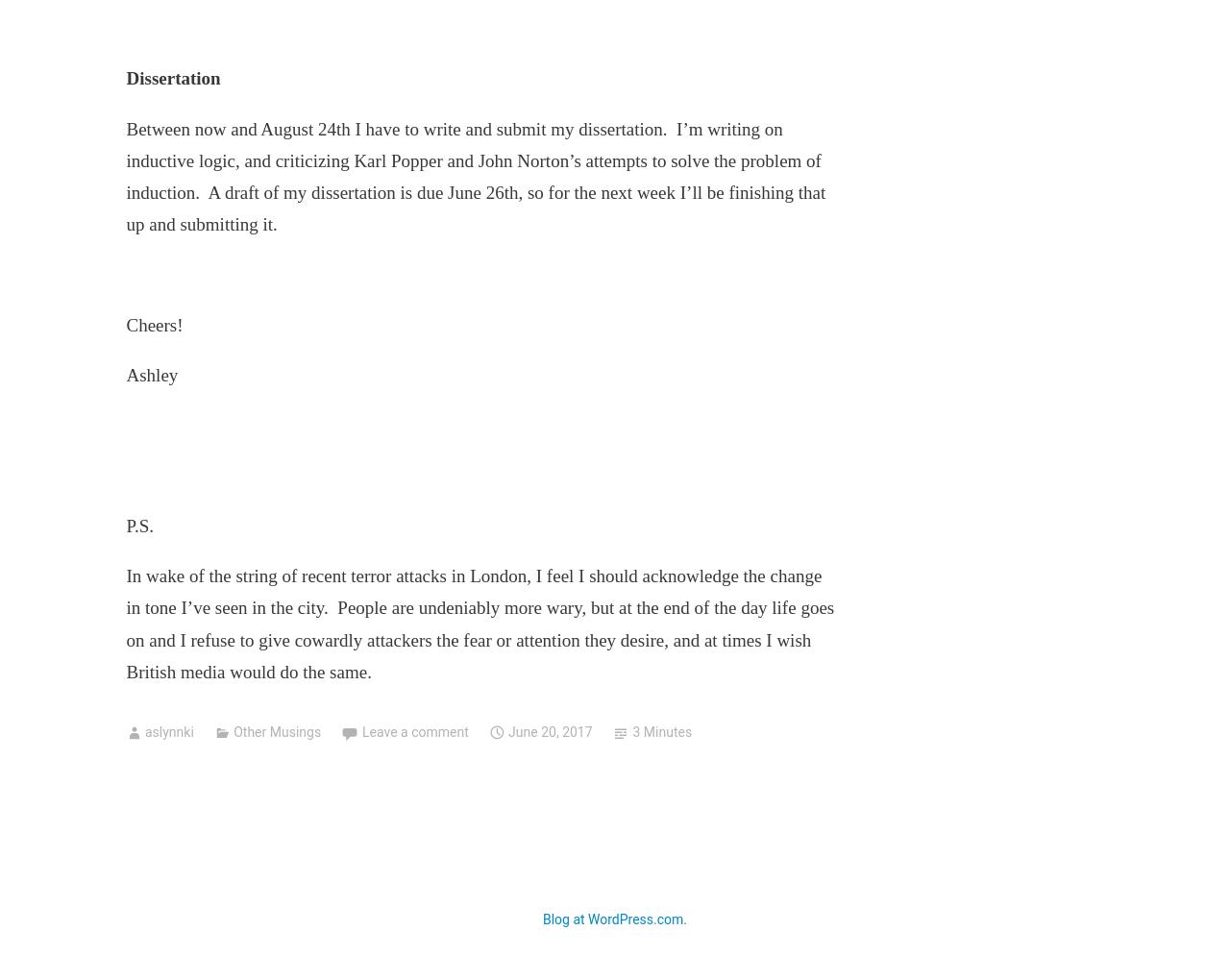  Describe the element at coordinates (124, 78) in the screenshot. I see `'Dissertation'` at that location.